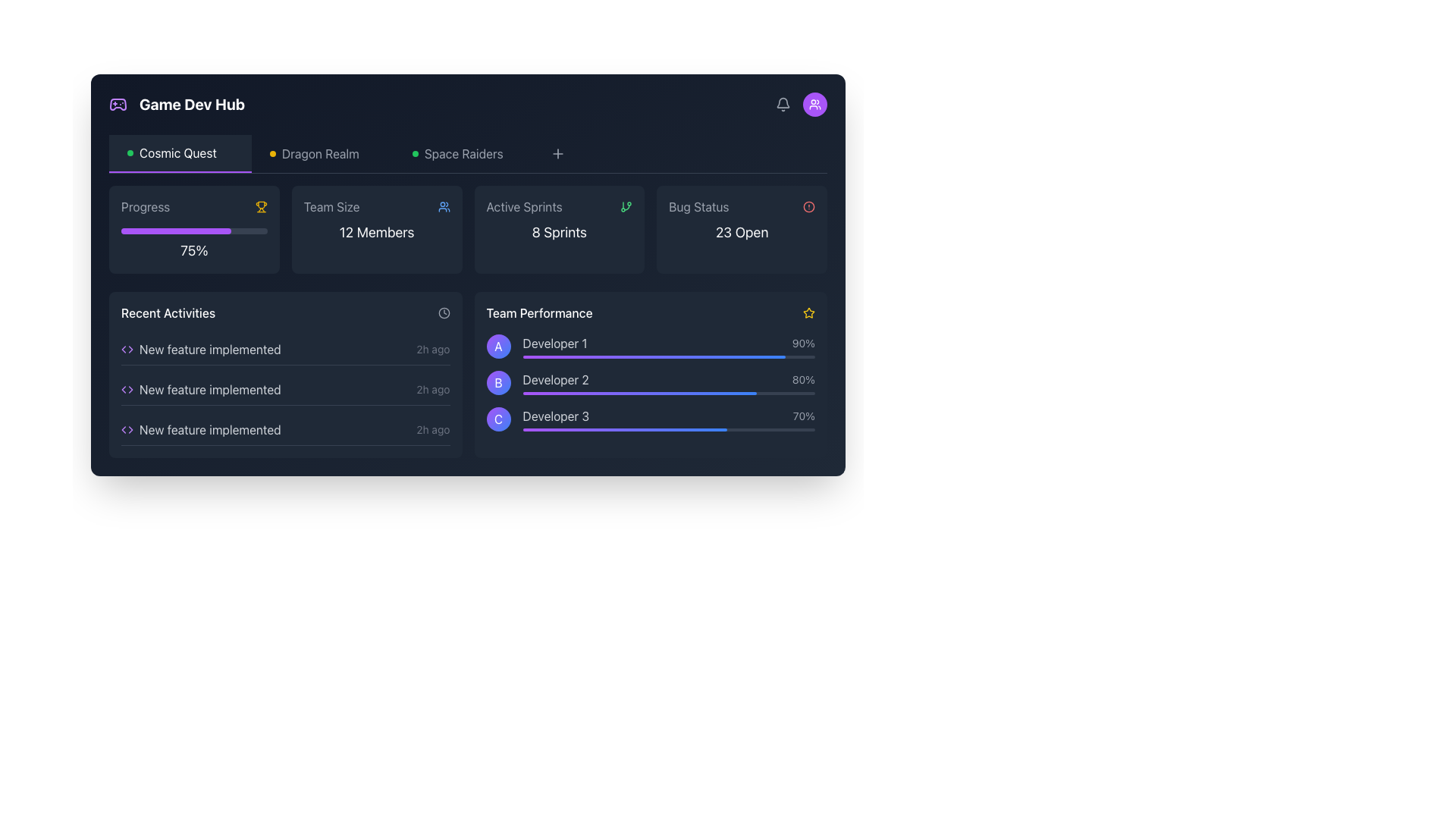  What do you see at coordinates (651, 382) in the screenshot?
I see `the performance metrics element for 'Developer 2' in the 'Team Performance' section, which includes labels, icons, and progress indicators` at bounding box center [651, 382].